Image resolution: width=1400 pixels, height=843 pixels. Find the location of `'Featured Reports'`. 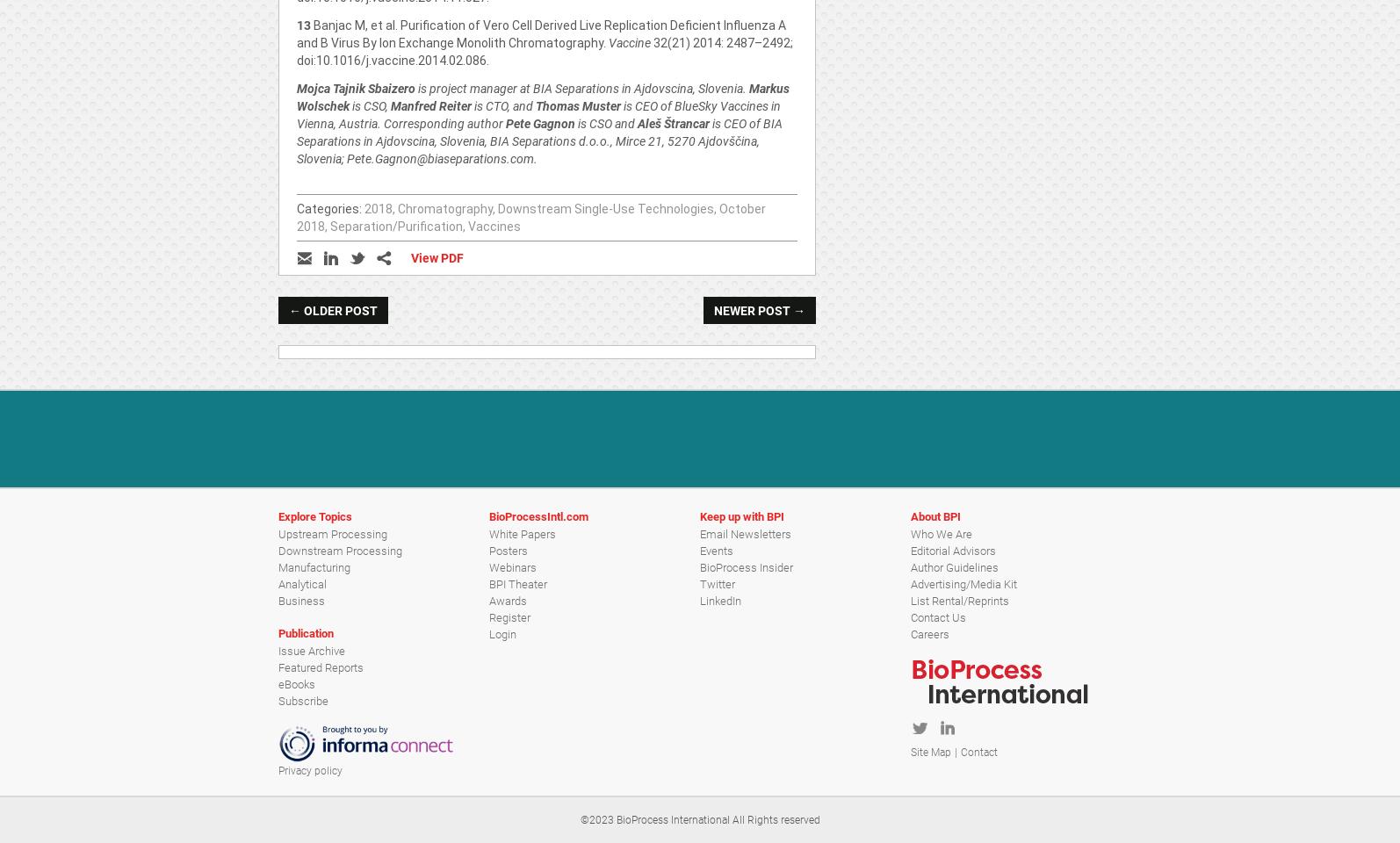

'Featured Reports' is located at coordinates (321, 666).